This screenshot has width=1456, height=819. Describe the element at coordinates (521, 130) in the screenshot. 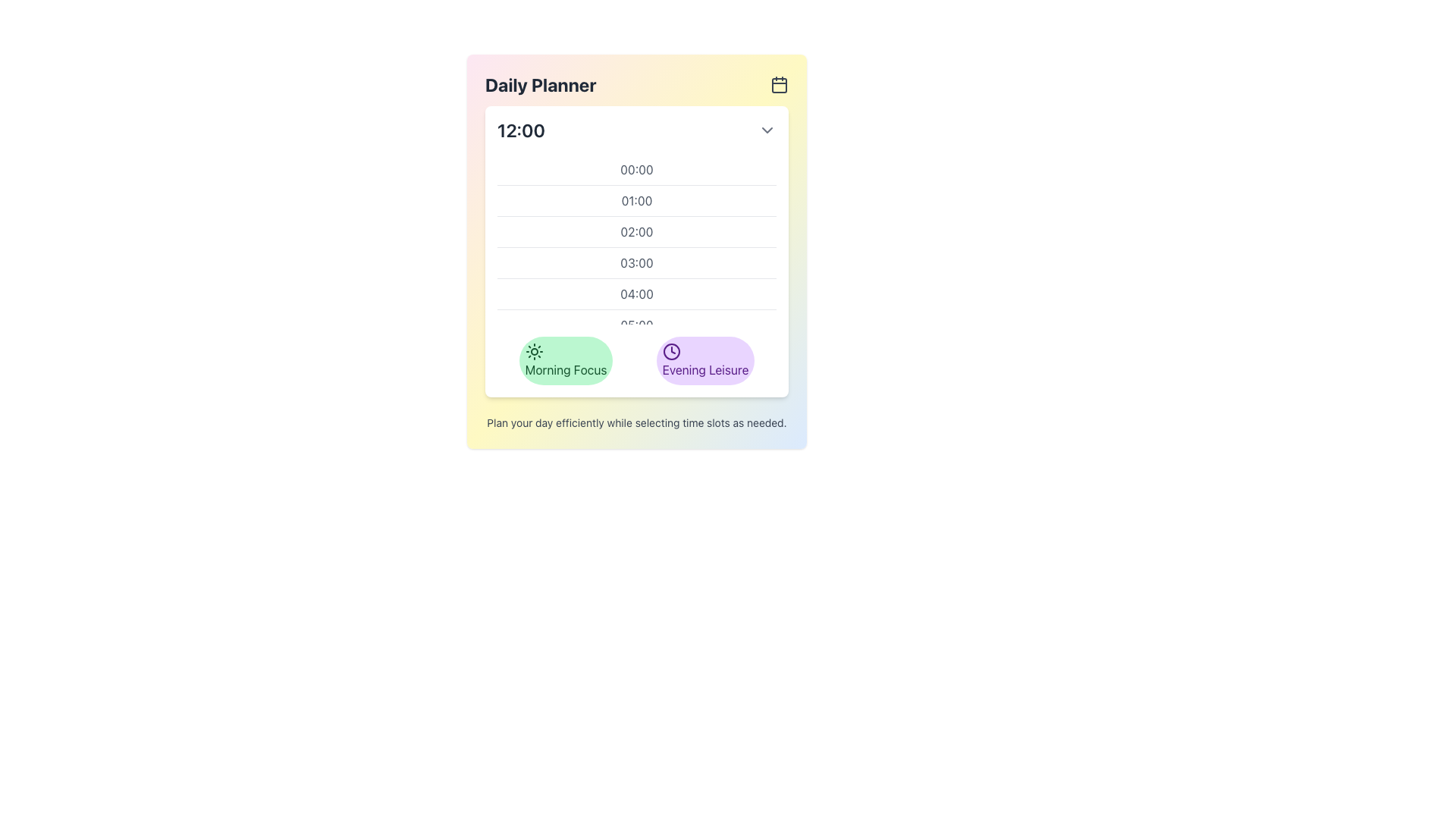

I see `the text label indicating the currently selected time in the scheduler interface, located at the top of the dropdown content of the 'Daily Planner' card` at that location.